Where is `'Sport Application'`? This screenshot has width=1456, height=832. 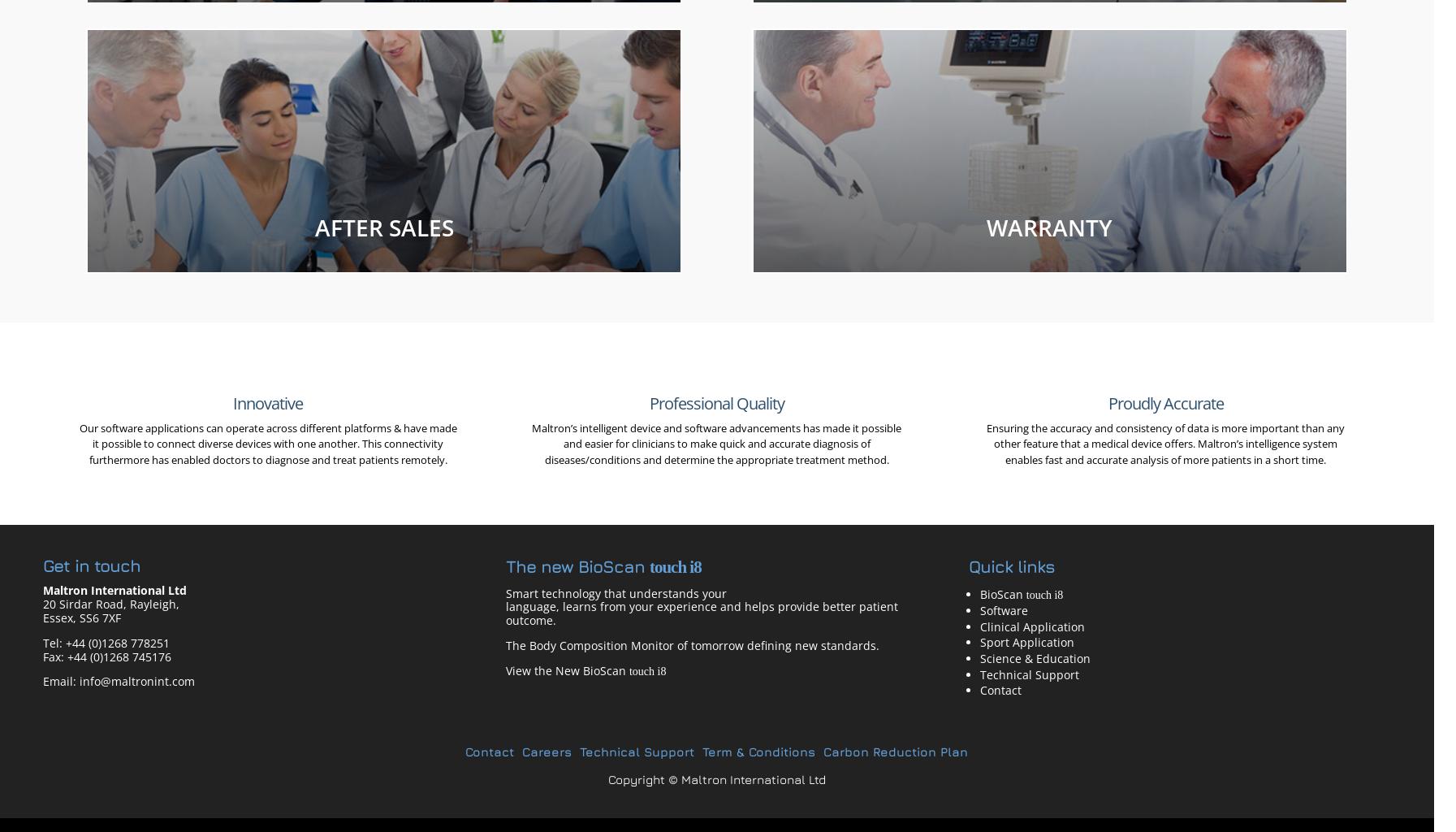
'Sport Application' is located at coordinates (1026, 642).